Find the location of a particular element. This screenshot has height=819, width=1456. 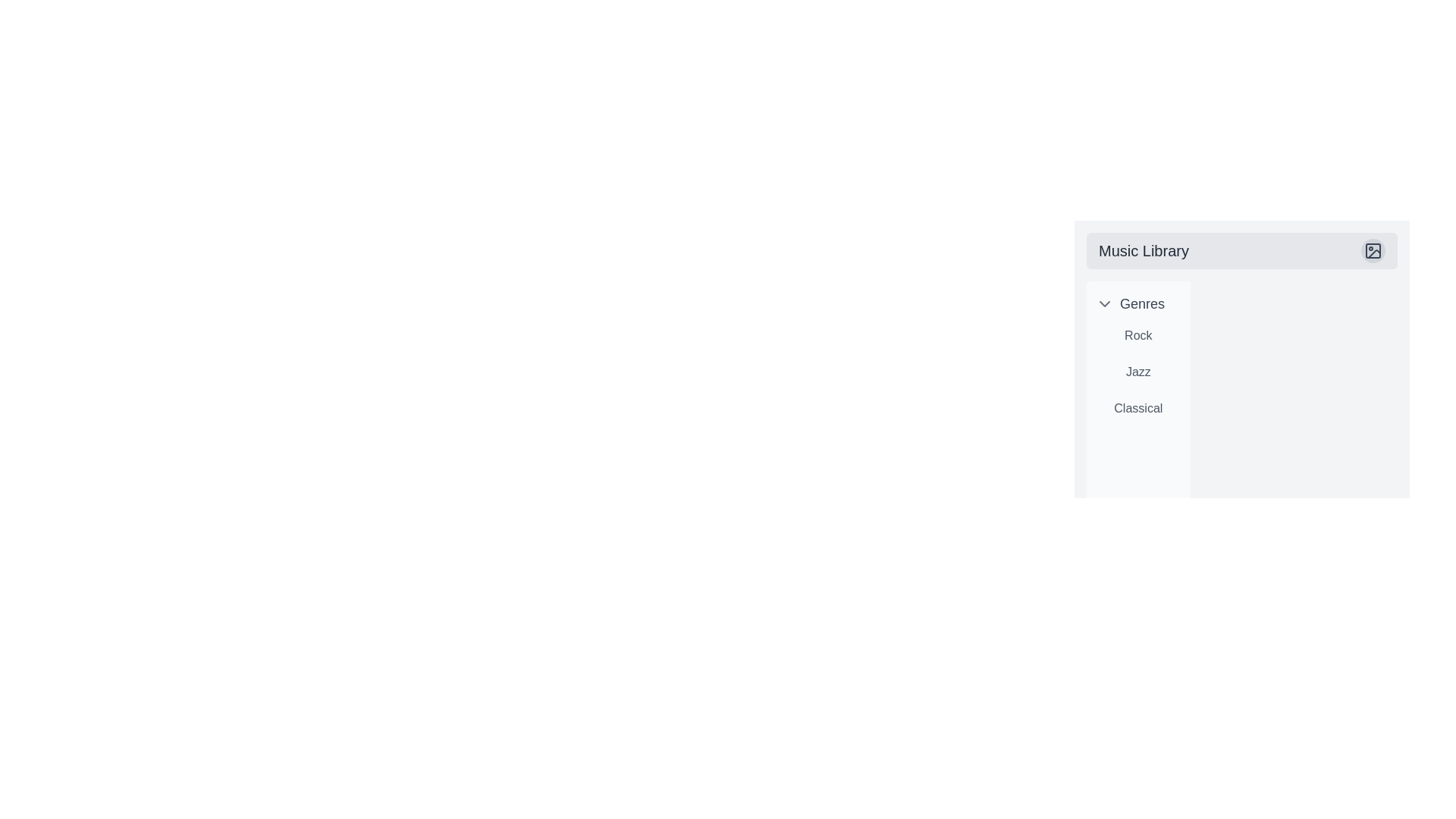

the 'Rock' genre text label in the 'Music Library' is located at coordinates (1138, 335).